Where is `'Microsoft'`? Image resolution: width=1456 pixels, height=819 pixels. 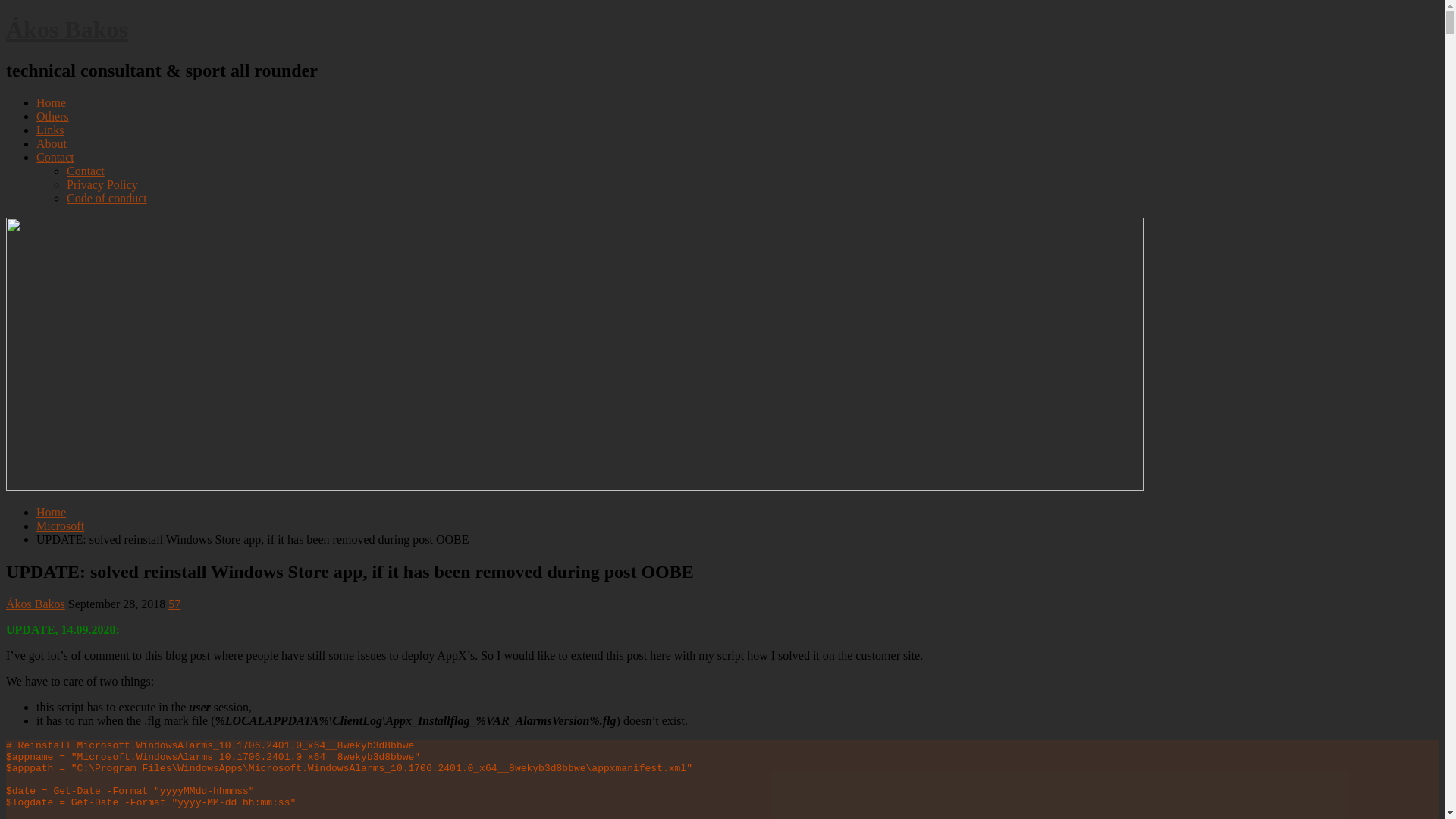
'Microsoft' is located at coordinates (60, 525).